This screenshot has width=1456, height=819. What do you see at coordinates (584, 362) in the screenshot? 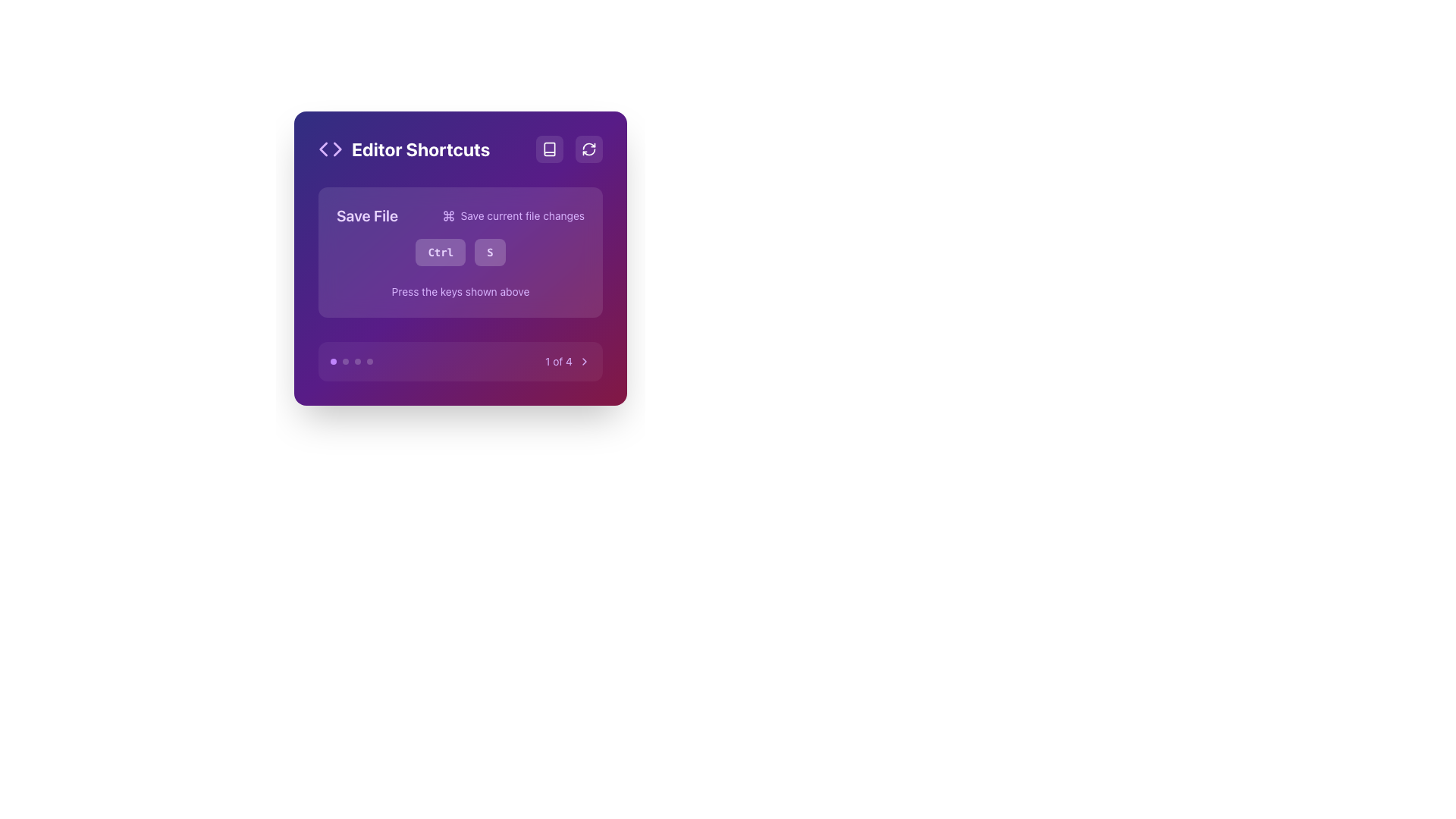
I see `the Button-like navigation icon located to the right of the '1 of 4' text in the bottom-right corner of the interface` at bounding box center [584, 362].